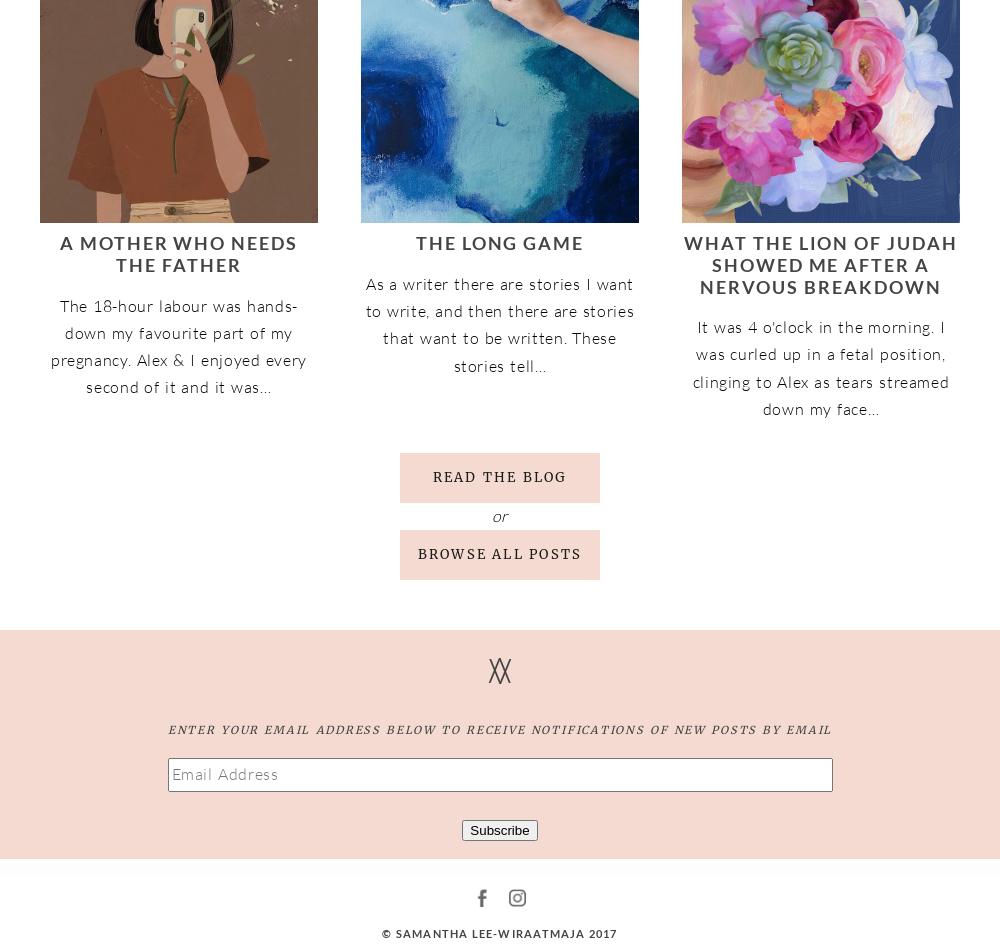 Image resolution: width=1000 pixels, height=946 pixels. I want to click on 'What The Lion of Judah Showed Me After A Nervous Breakdown', so click(819, 263).